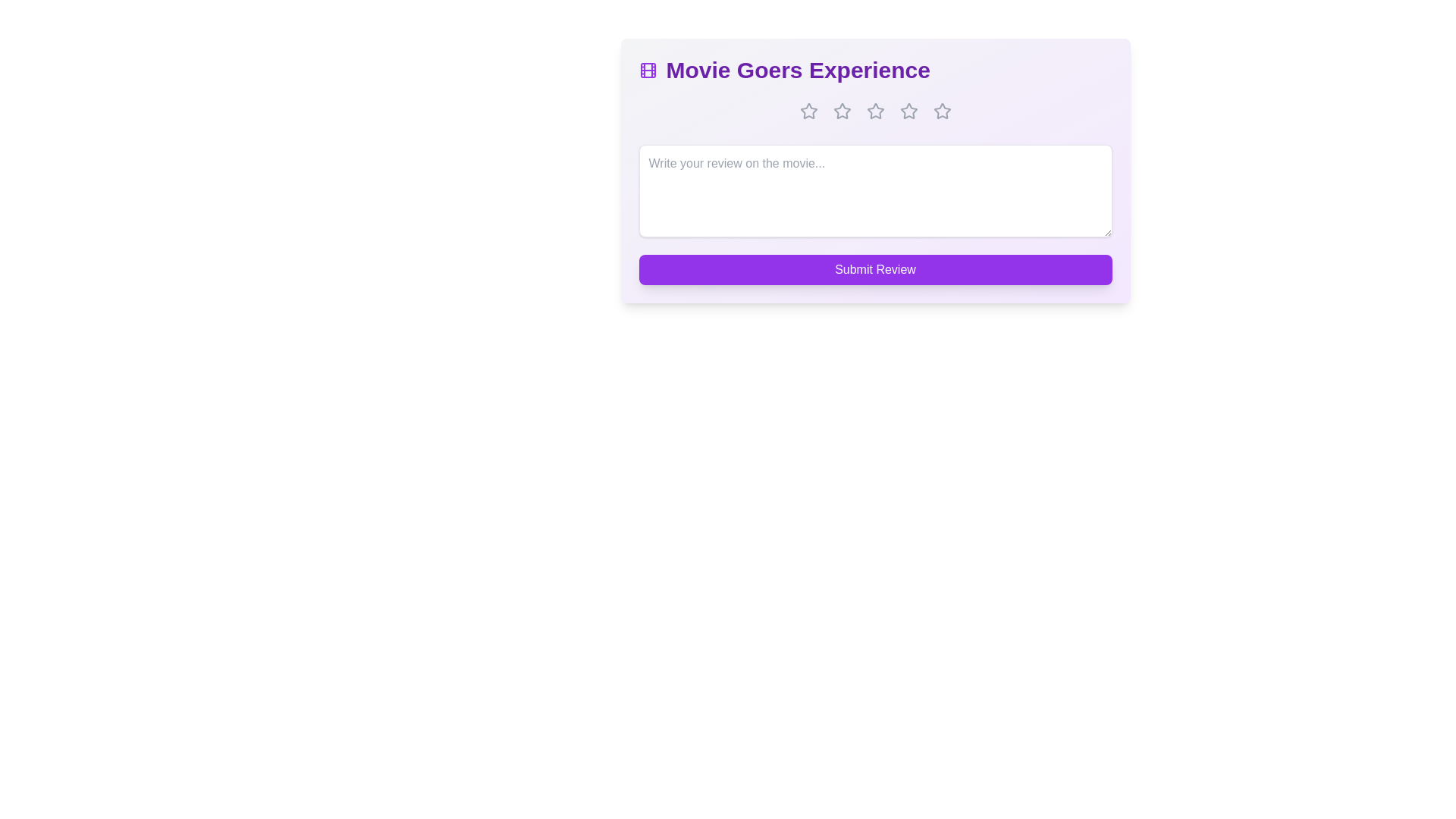 The width and height of the screenshot is (1456, 819). I want to click on the star corresponding to 4 stars to set the rating, so click(908, 110).